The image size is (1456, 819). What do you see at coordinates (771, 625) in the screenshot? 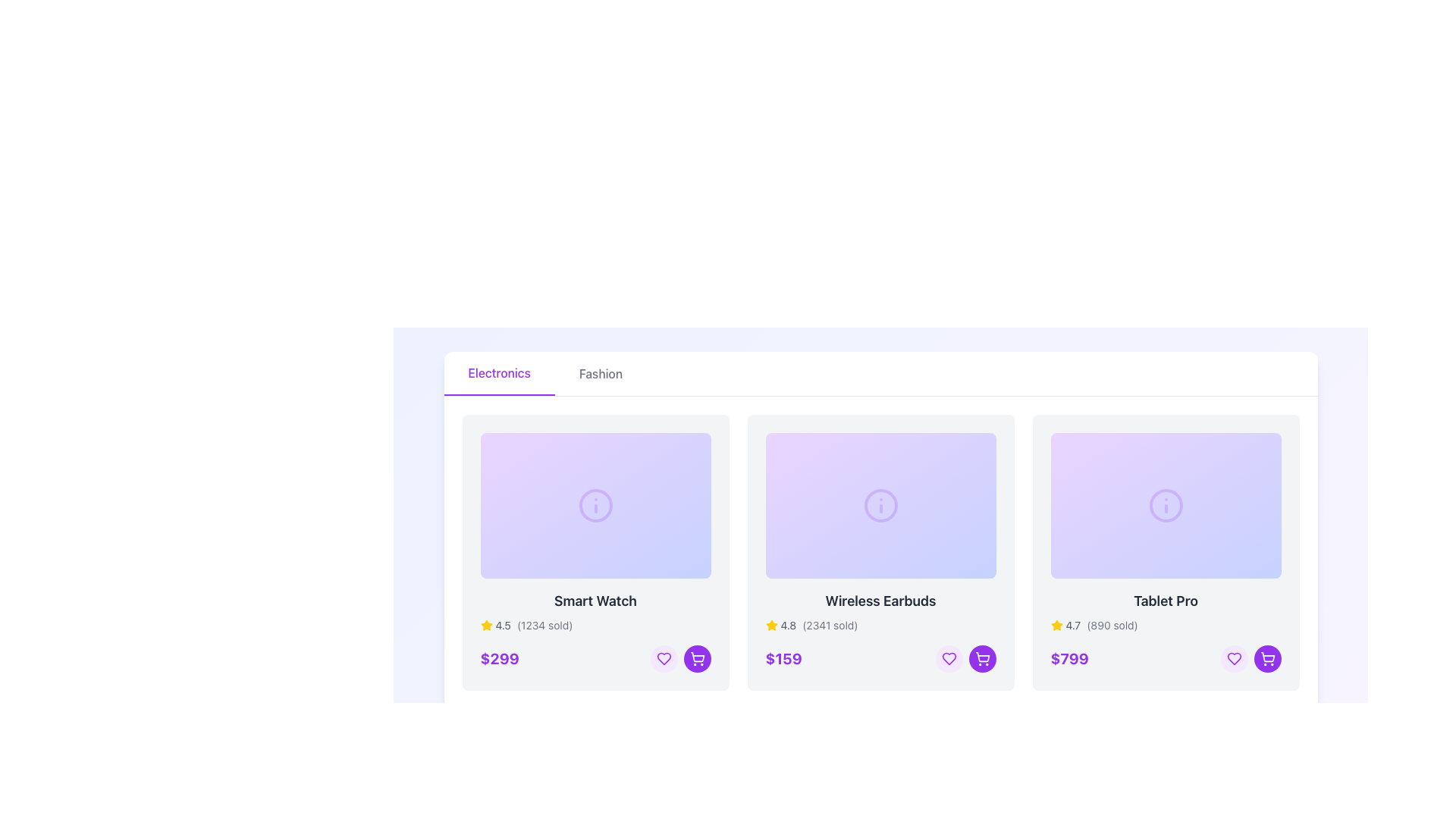
I see `the filled yellow star-shaped rating icon for 'Wireless Earbuds' to rate or view rating details` at bounding box center [771, 625].